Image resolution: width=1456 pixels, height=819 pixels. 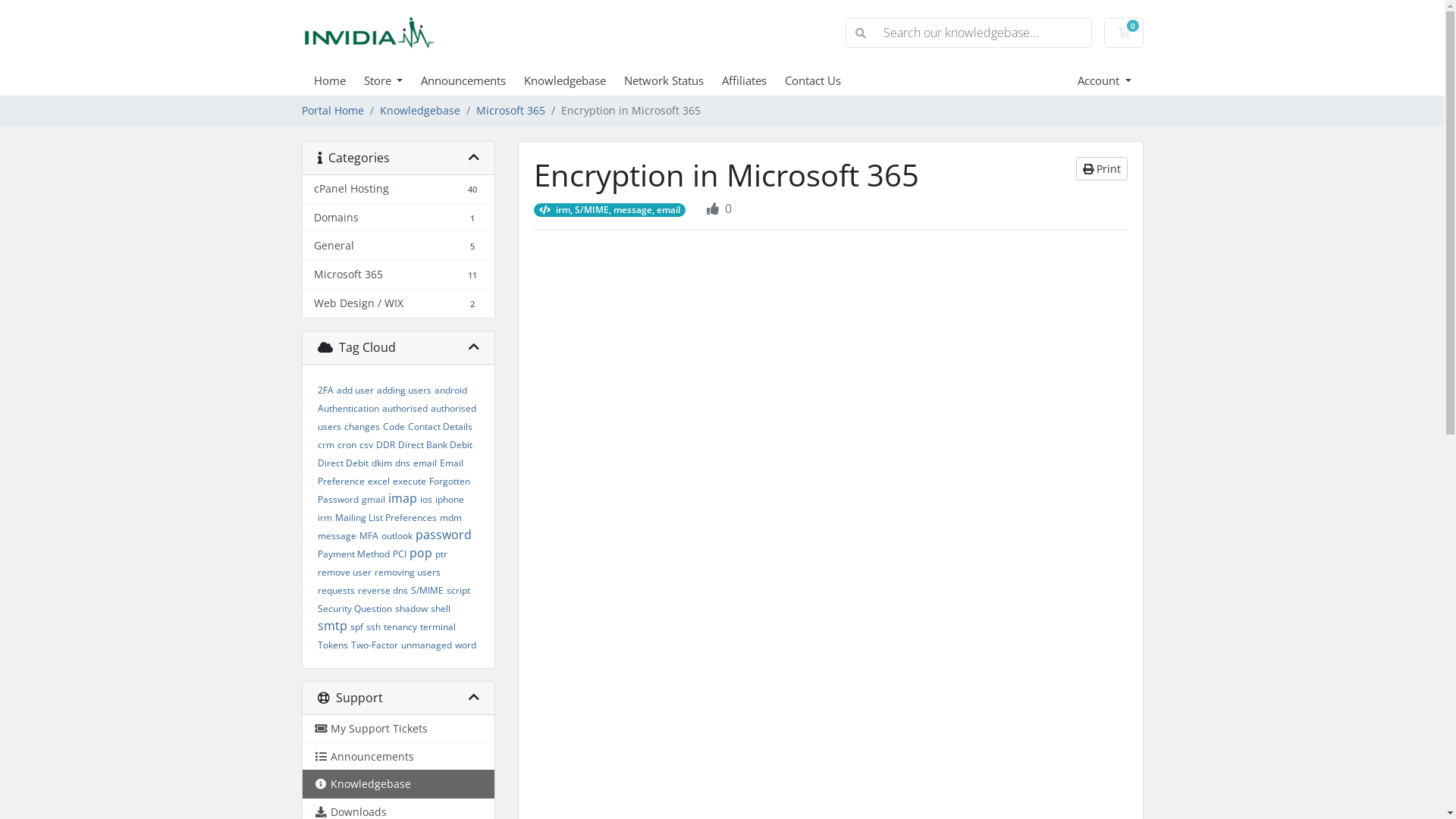 What do you see at coordinates (359, 499) in the screenshot?
I see `'gmail'` at bounding box center [359, 499].